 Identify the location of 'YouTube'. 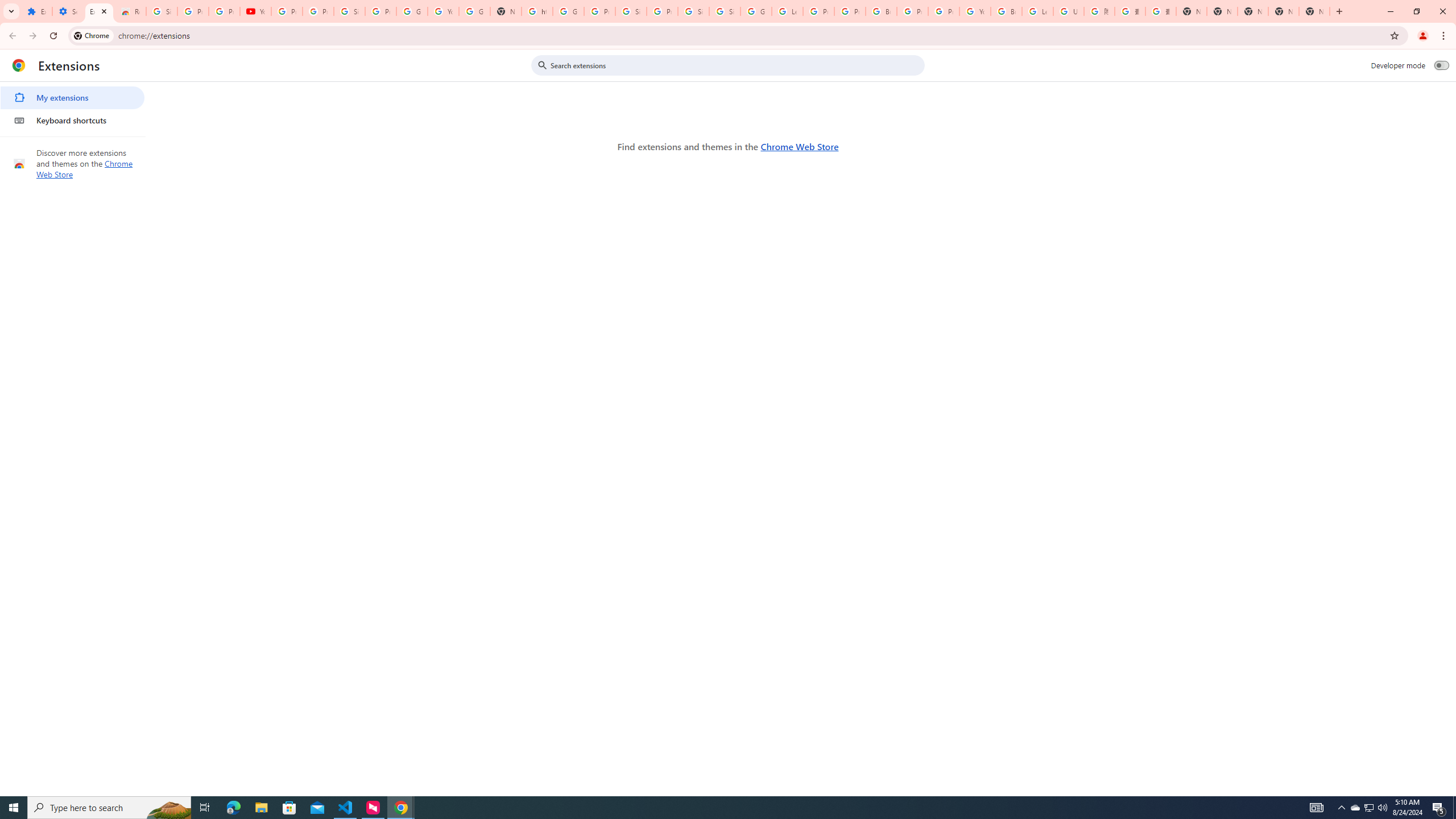
(255, 11).